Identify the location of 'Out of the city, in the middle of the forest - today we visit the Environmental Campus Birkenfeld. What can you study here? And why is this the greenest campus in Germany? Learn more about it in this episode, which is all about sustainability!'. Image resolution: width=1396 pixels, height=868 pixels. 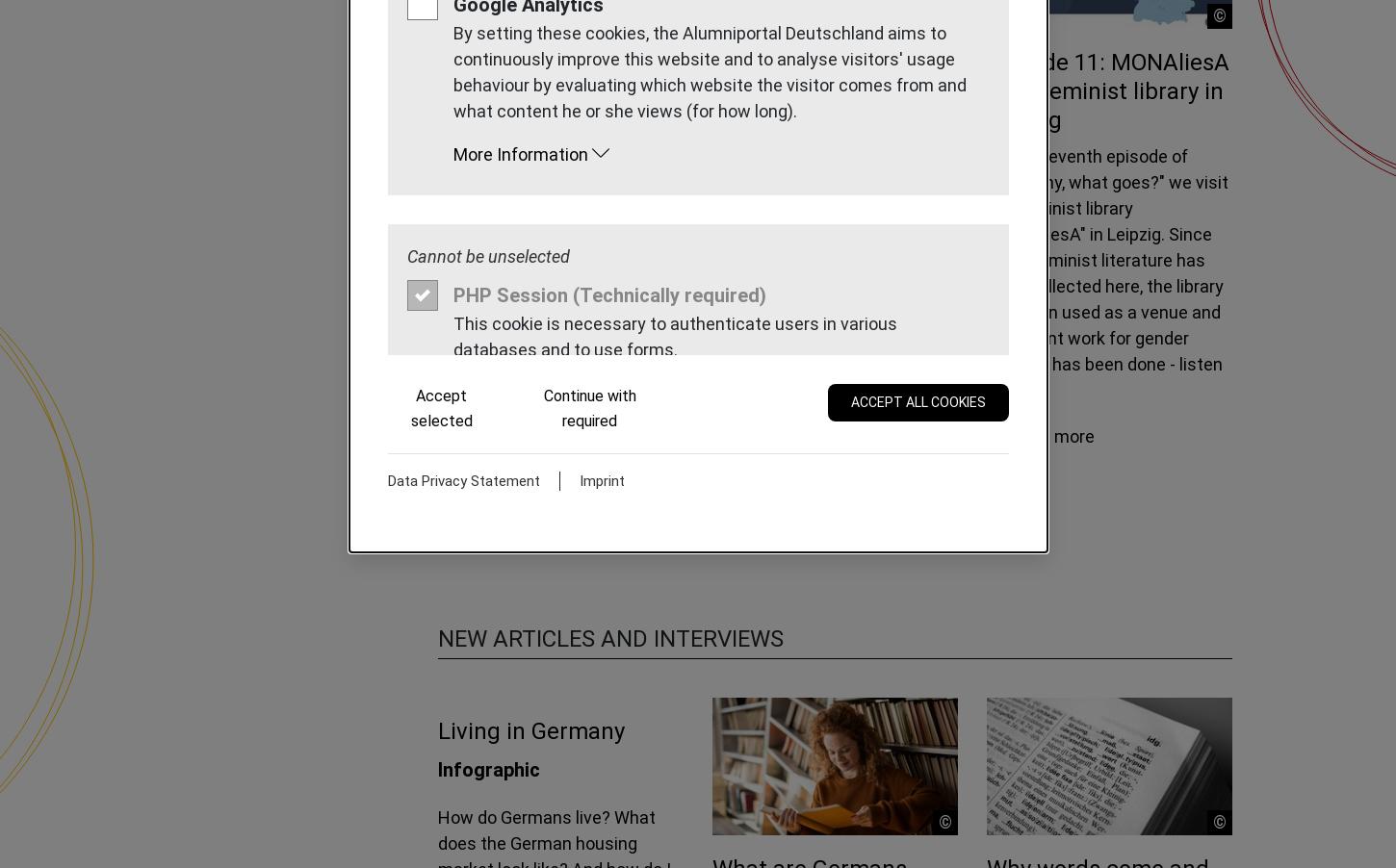
(711, 288).